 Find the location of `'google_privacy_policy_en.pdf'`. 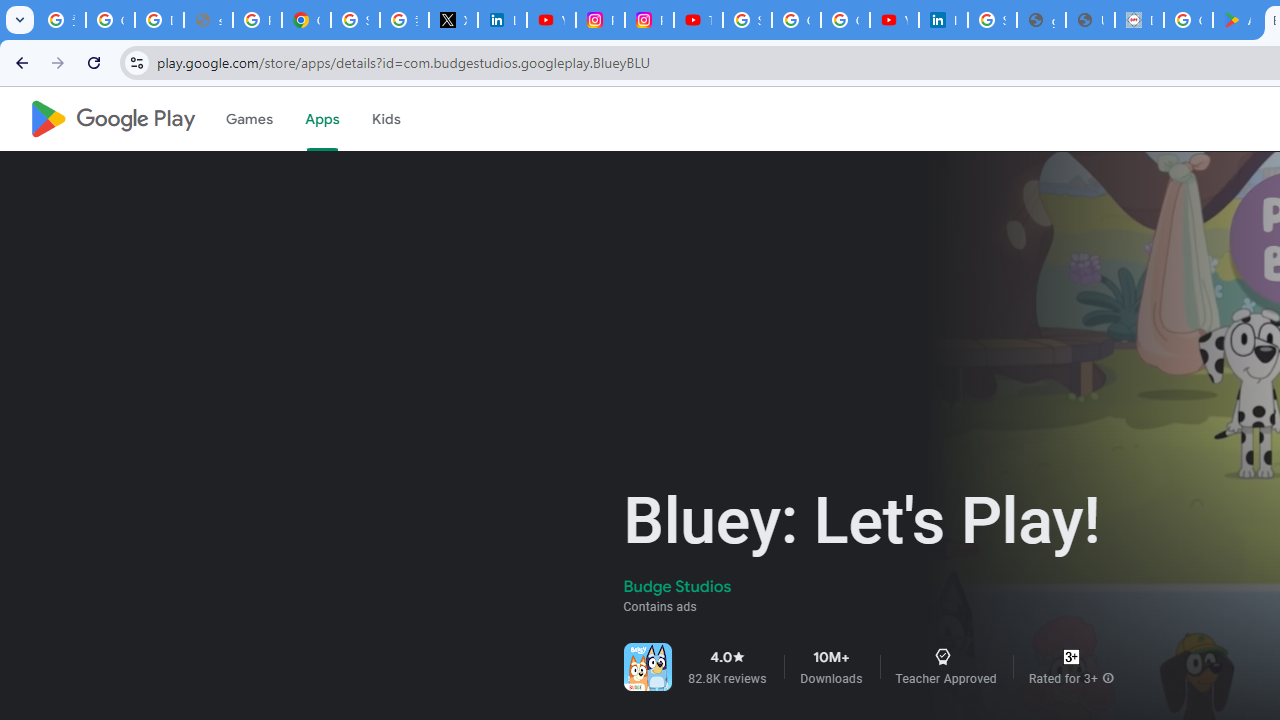

'google_privacy_policy_en.pdf' is located at coordinates (1040, 20).